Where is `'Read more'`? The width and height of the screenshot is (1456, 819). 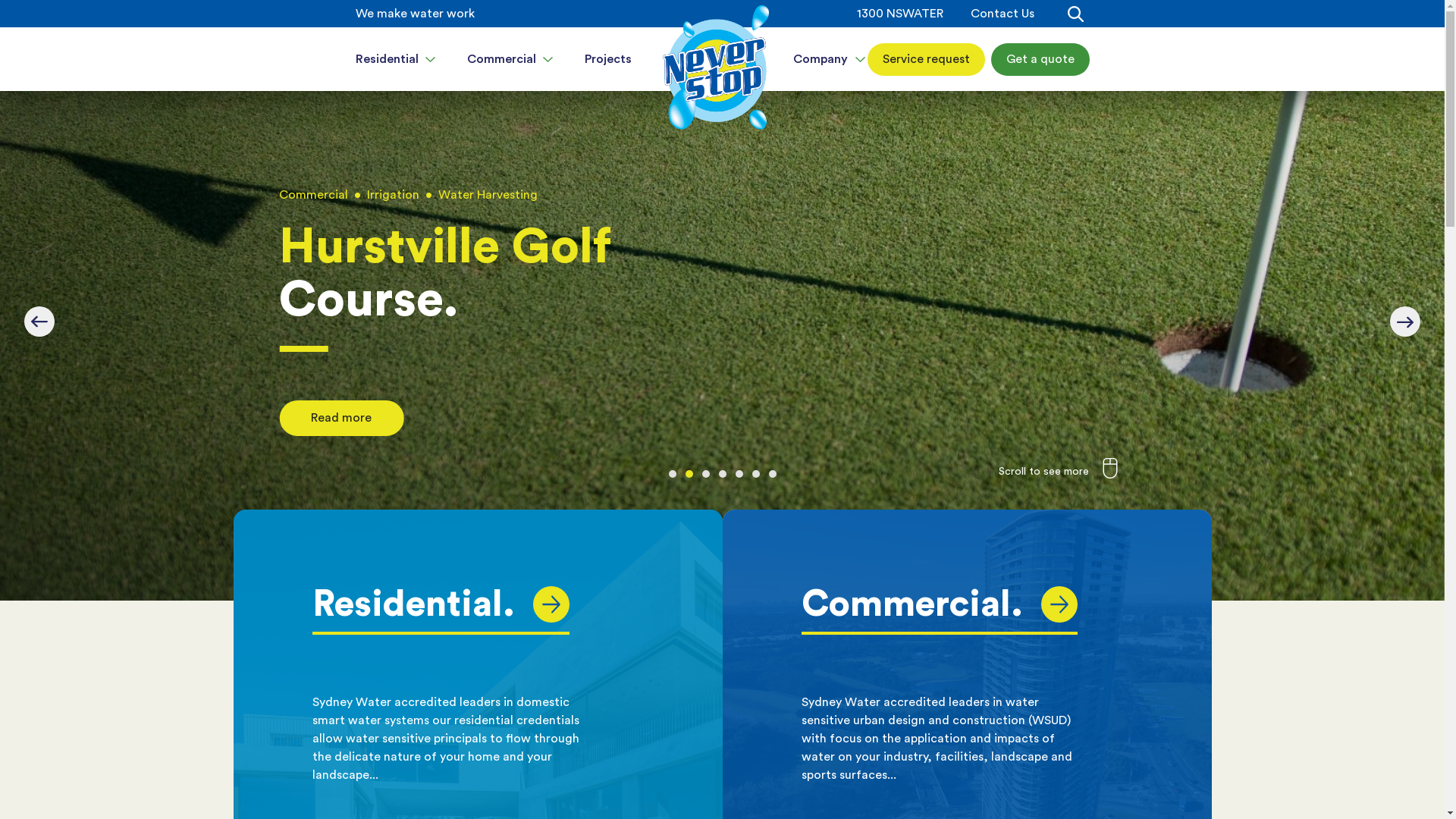 'Read more' is located at coordinates (279, 421).